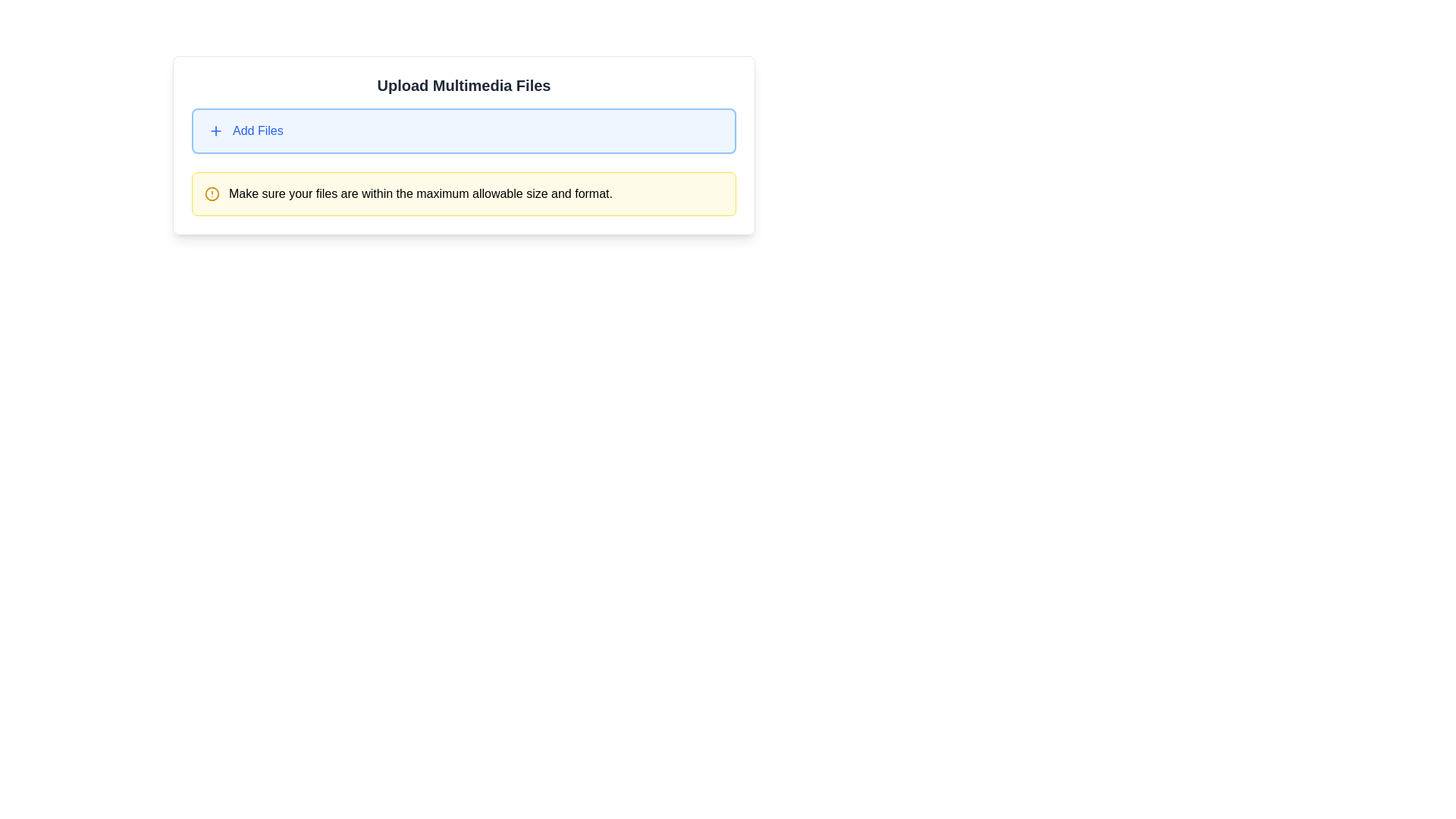  What do you see at coordinates (211, 193) in the screenshot?
I see `the central circle of the warning icon, which is located to the left of the cautionary text regarding file size and format` at bounding box center [211, 193].